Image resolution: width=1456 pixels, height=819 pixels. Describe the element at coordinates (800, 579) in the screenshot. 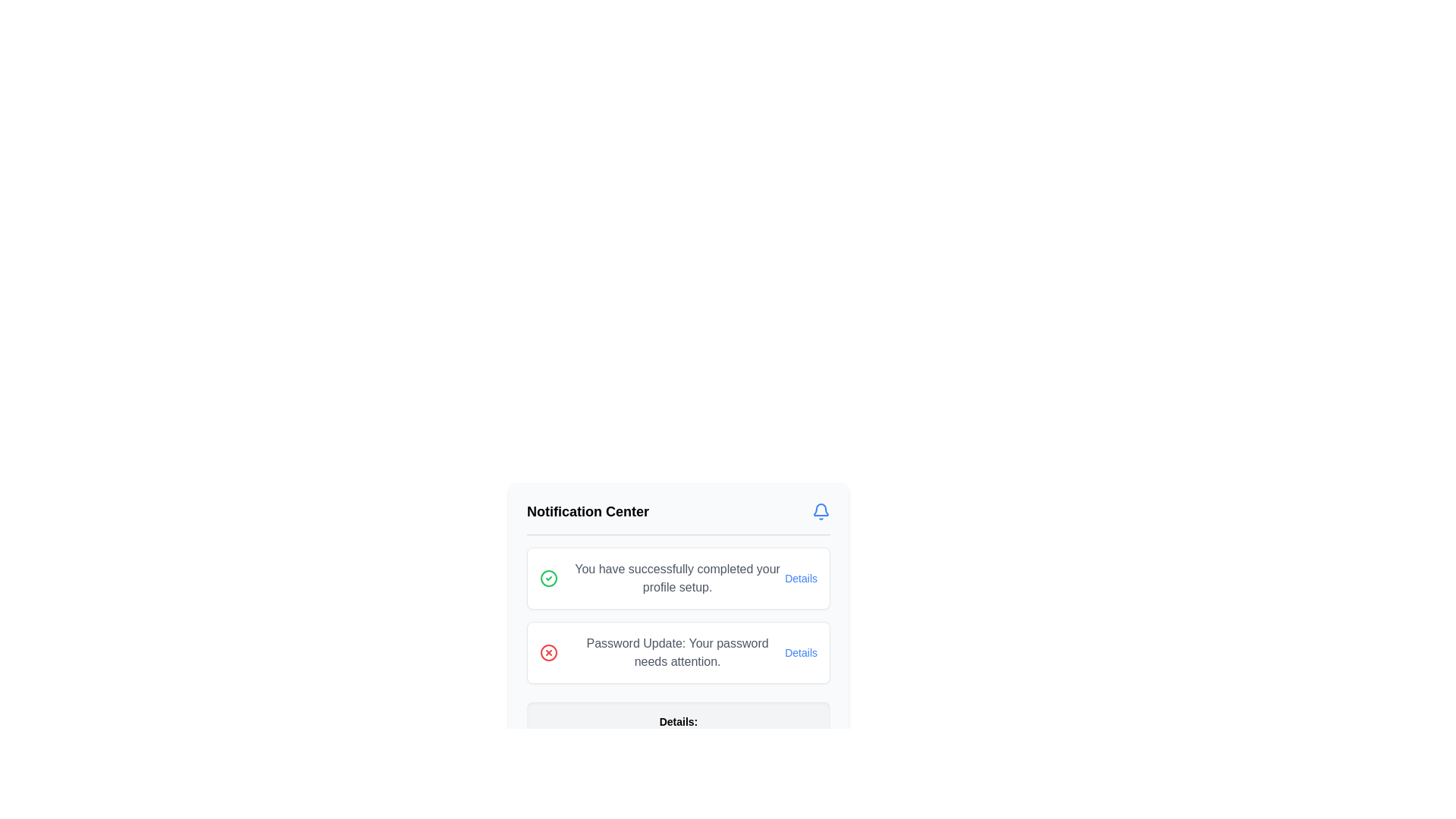

I see `the interactive hyperlink located at the far-right of the notification card indicating successful profile setup` at that location.